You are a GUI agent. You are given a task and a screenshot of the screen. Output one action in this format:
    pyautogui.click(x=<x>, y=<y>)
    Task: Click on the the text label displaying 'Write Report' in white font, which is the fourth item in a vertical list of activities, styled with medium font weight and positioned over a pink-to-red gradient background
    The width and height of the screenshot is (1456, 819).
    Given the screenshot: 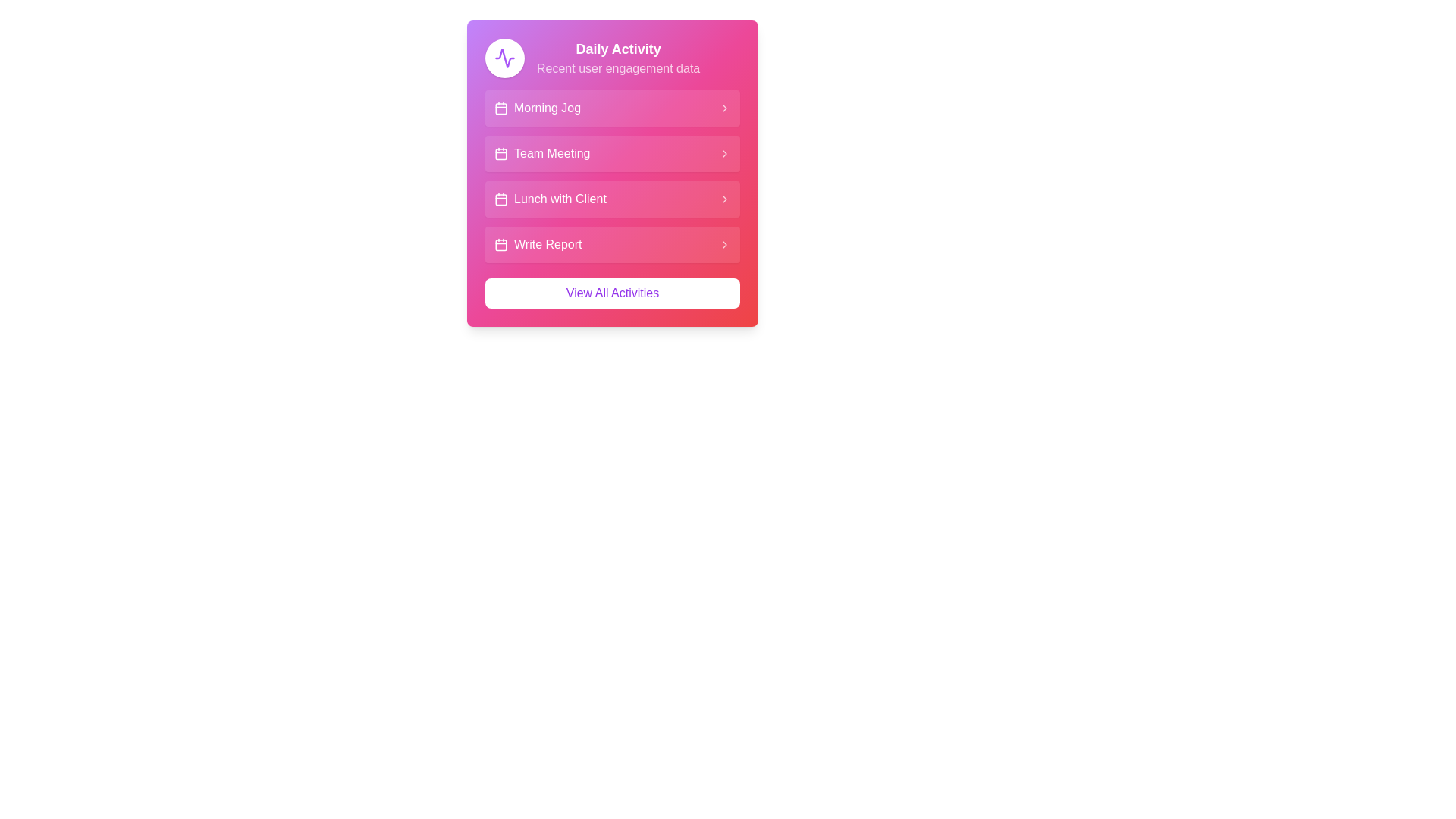 What is the action you would take?
    pyautogui.click(x=547, y=244)
    